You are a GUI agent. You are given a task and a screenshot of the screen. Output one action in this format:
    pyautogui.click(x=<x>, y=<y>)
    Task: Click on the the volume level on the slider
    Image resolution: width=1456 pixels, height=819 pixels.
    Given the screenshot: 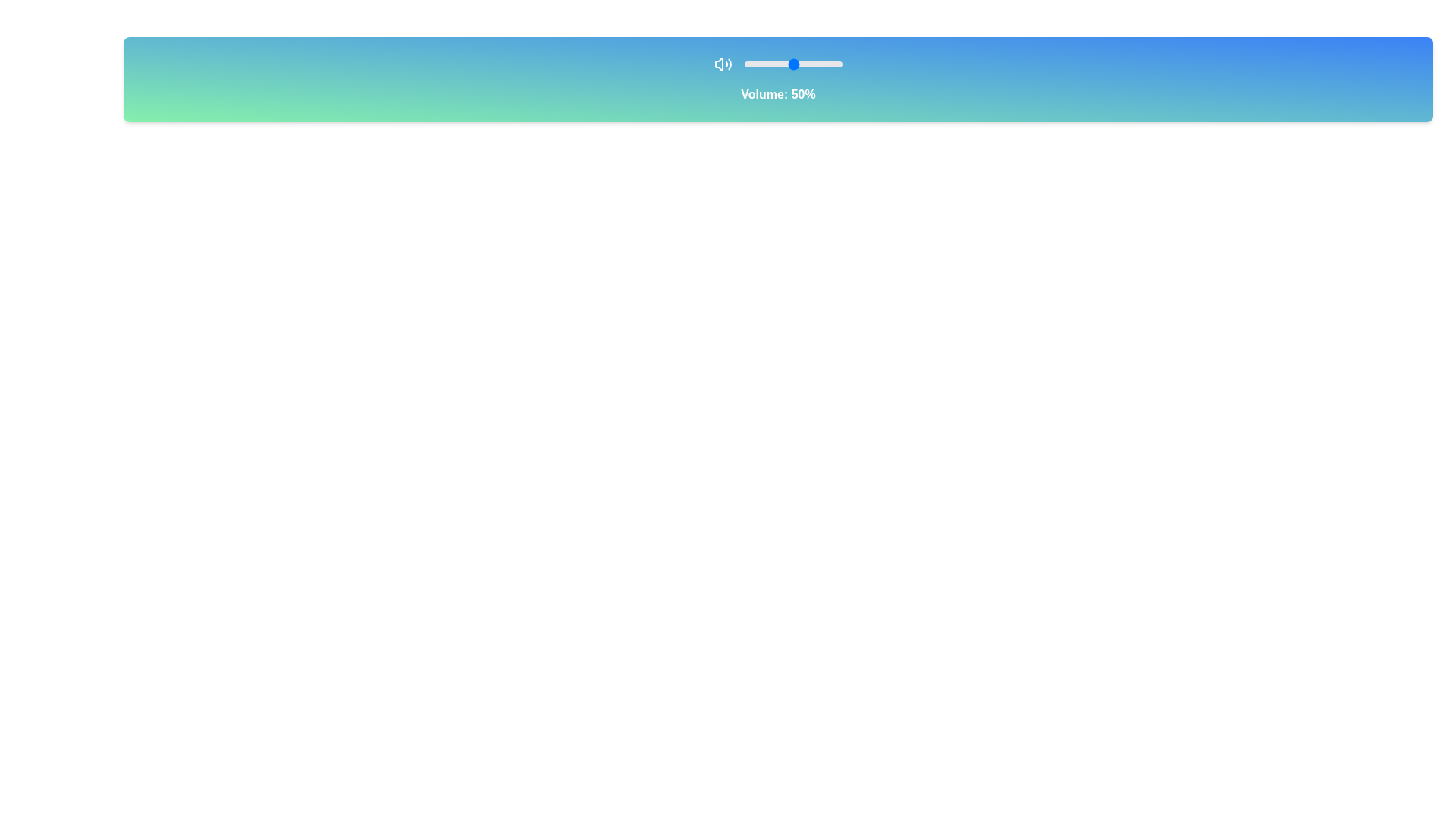 What is the action you would take?
    pyautogui.click(x=803, y=63)
    